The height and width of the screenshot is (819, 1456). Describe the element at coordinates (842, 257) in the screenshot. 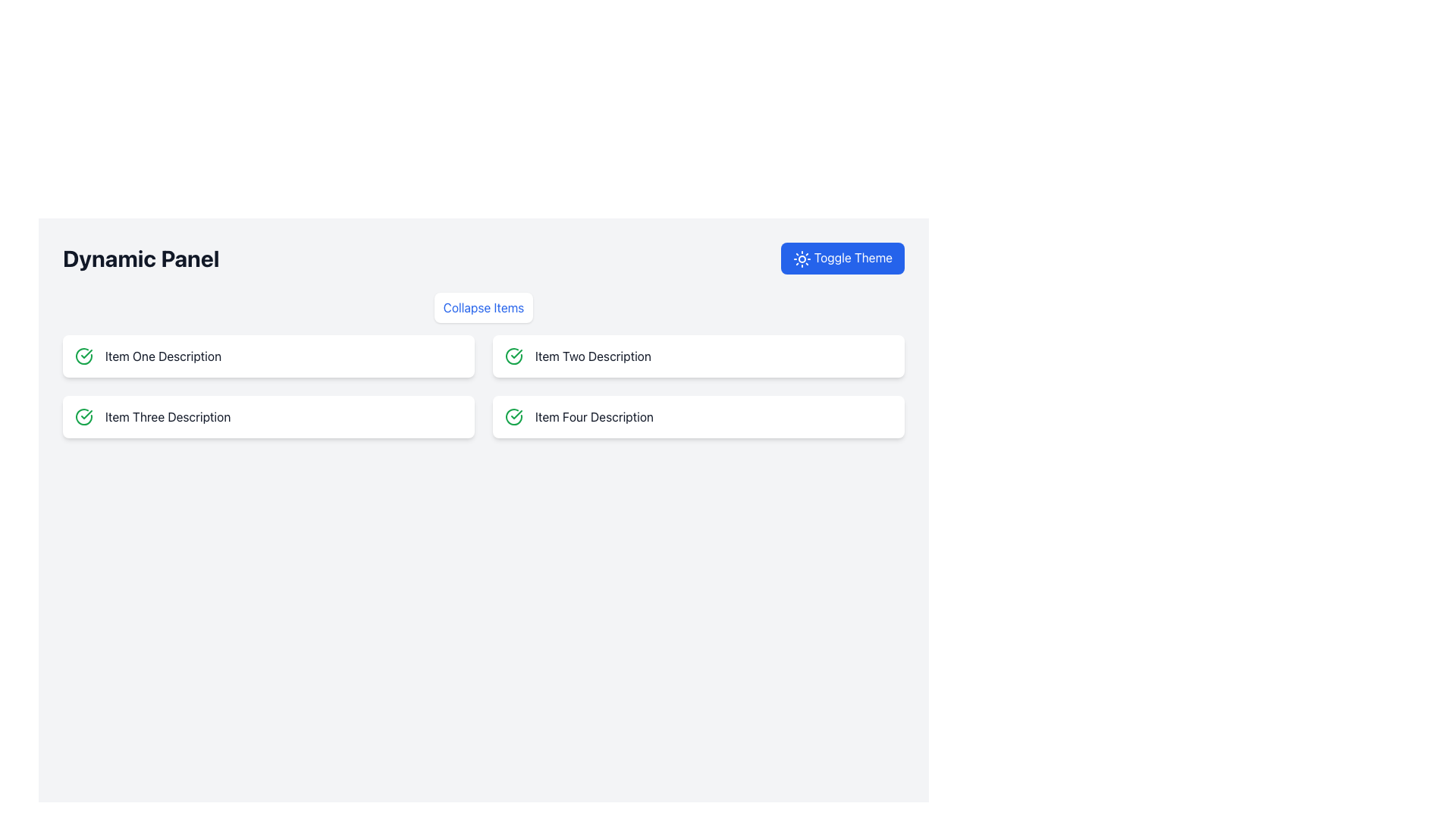

I see `the theme toggle button located in the top-right corner of the header, adjacent to the text 'Dynamic Panel'` at that location.